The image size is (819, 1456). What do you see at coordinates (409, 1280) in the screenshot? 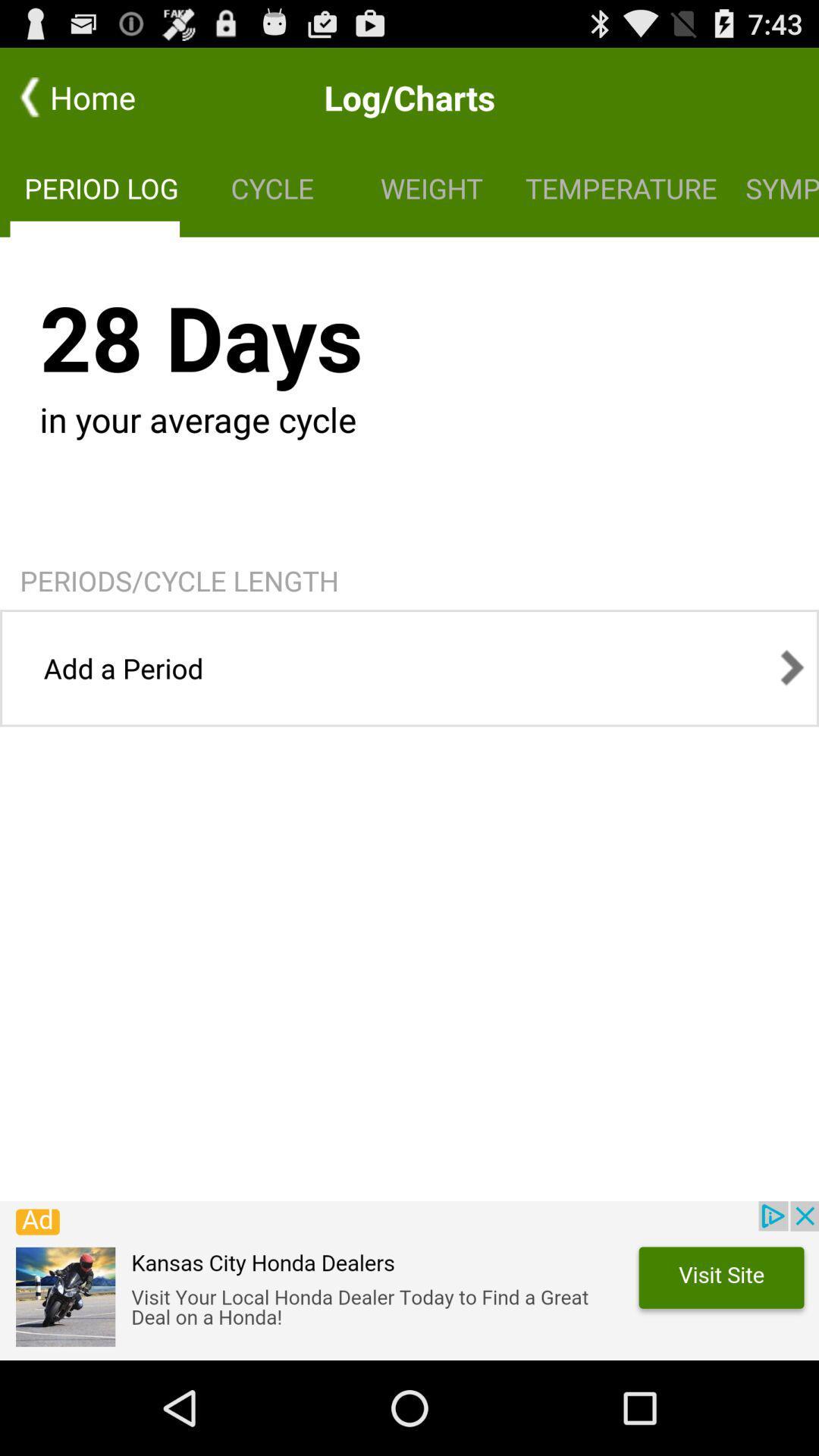
I see `site icon` at bounding box center [409, 1280].